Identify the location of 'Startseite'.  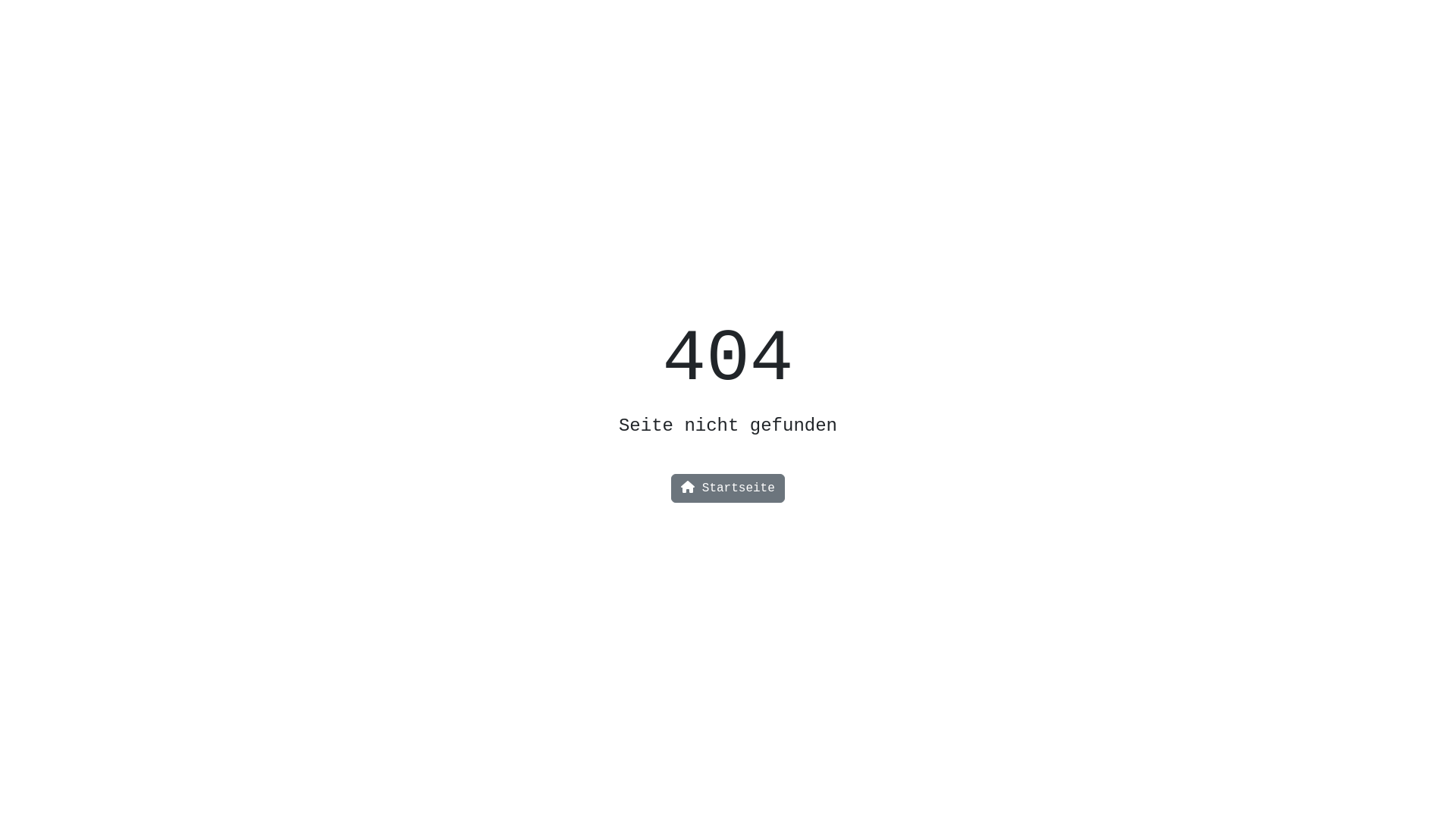
(728, 488).